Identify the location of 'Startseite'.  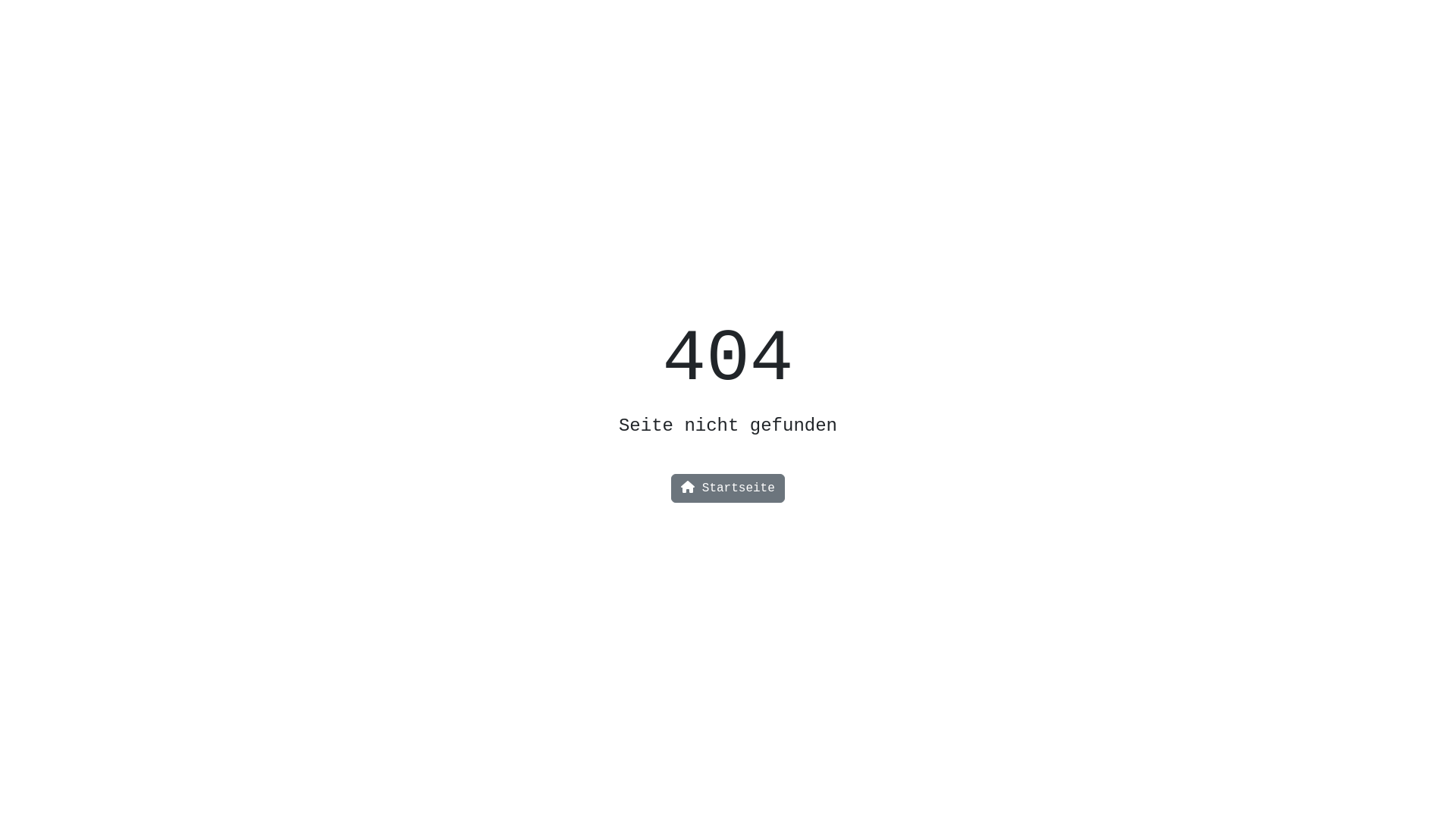
(728, 488).